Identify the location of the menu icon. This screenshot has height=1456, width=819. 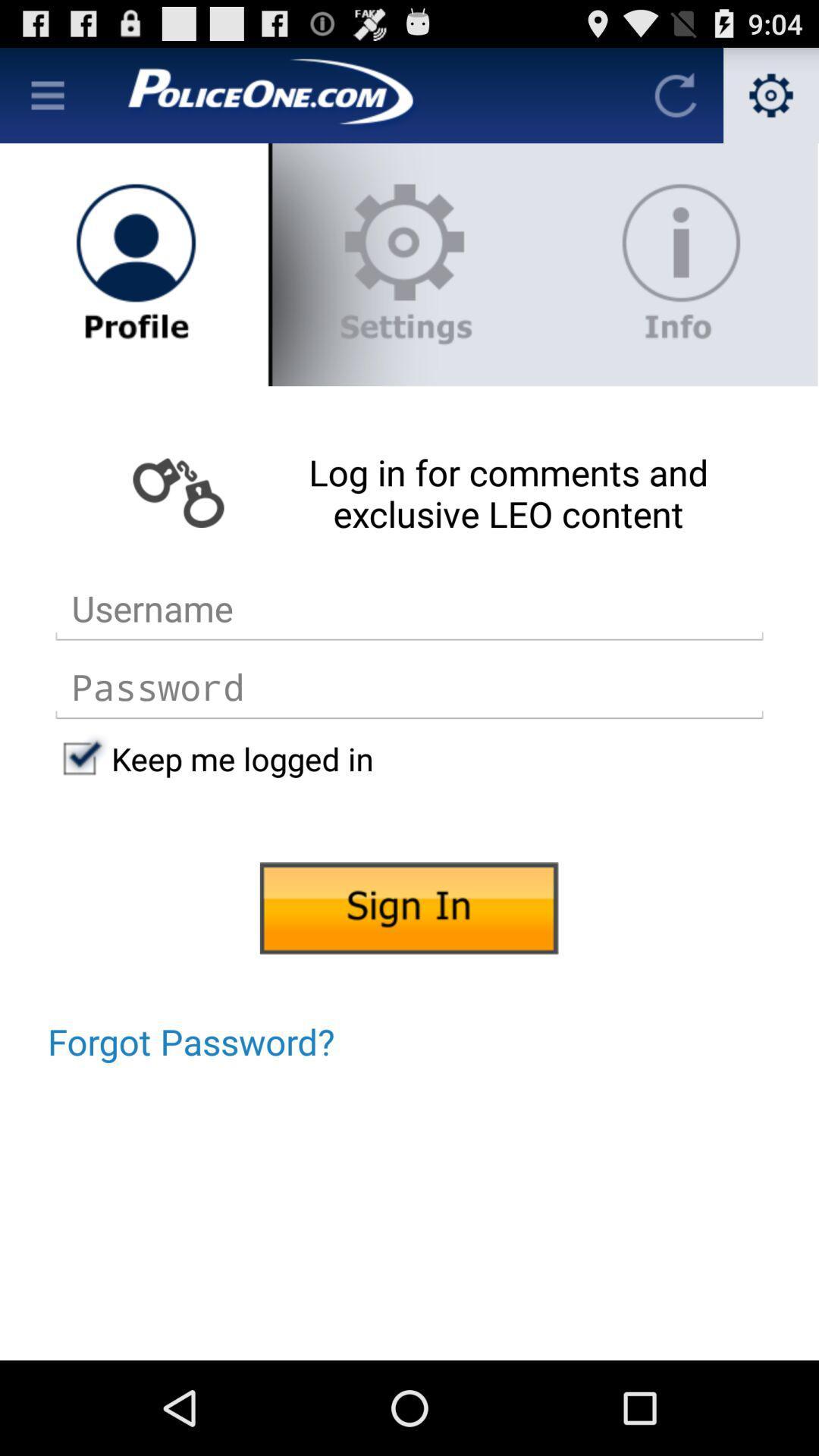
(46, 101).